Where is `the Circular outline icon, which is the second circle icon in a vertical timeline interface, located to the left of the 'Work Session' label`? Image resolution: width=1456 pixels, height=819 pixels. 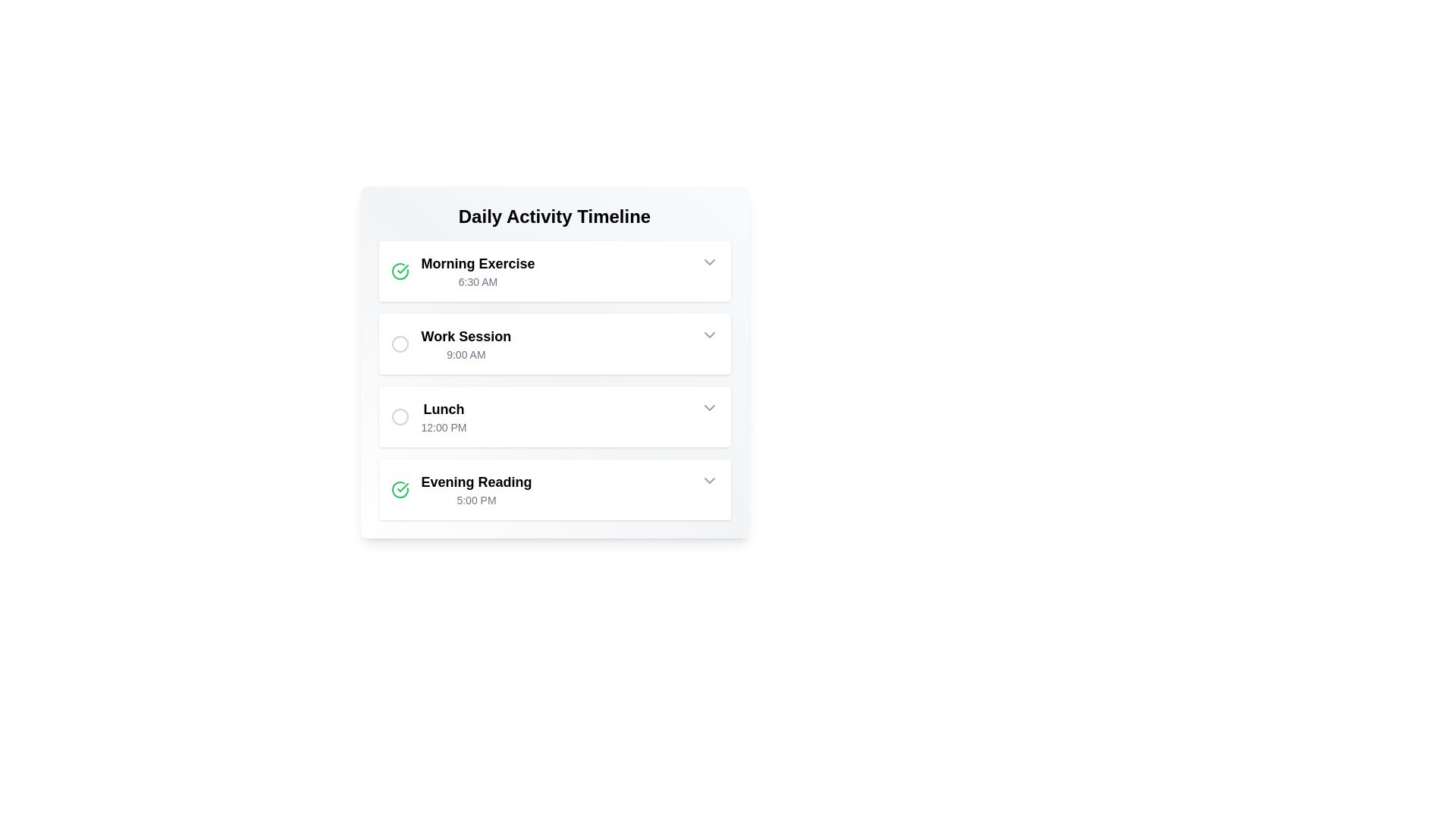 the Circular outline icon, which is the second circle icon in a vertical timeline interface, located to the left of the 'Work Session' label is located at coordinates (400, 344).